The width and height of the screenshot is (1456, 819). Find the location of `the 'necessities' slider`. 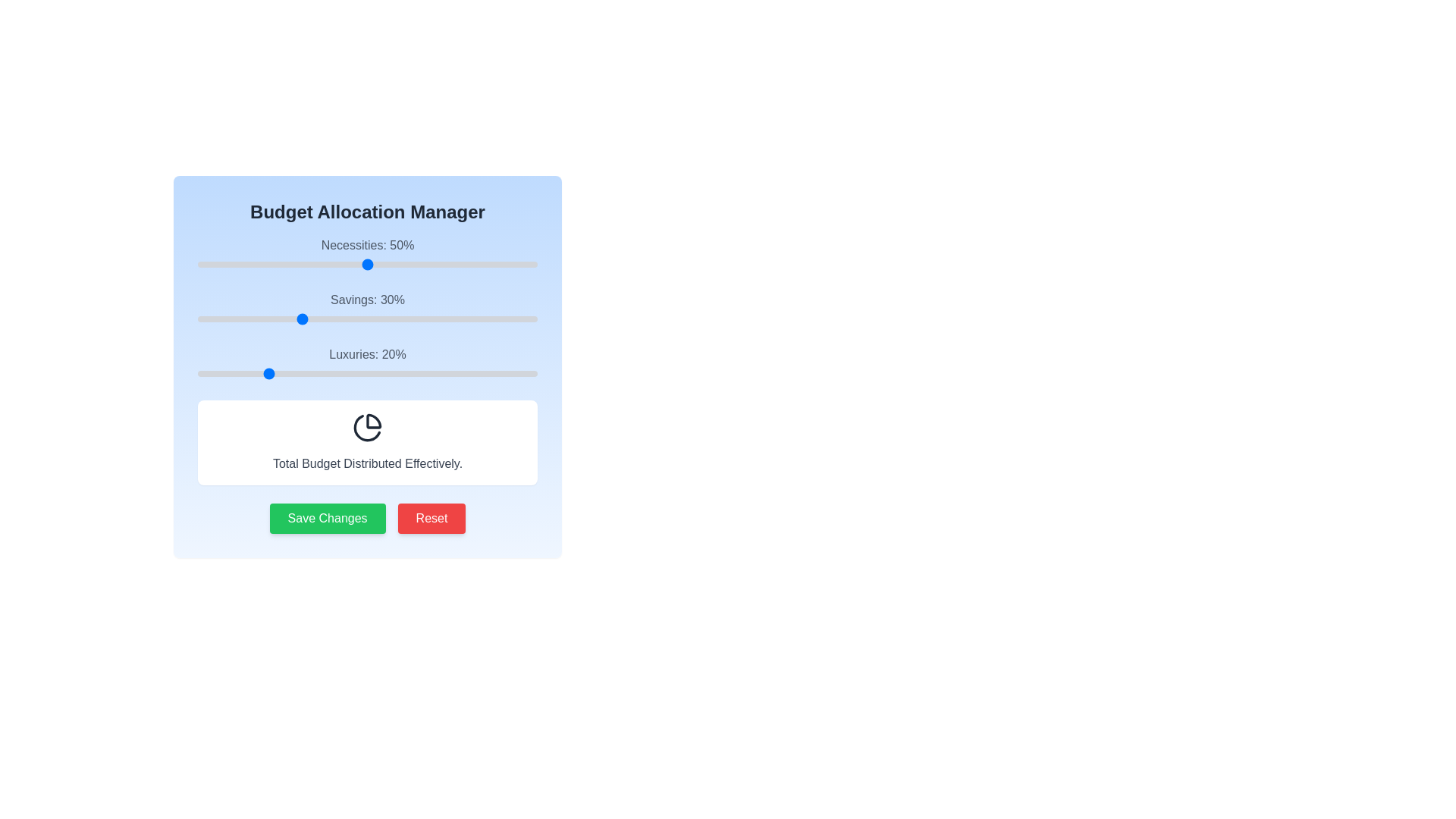

the 'necessities' slider is located at coordinates (306, 263).